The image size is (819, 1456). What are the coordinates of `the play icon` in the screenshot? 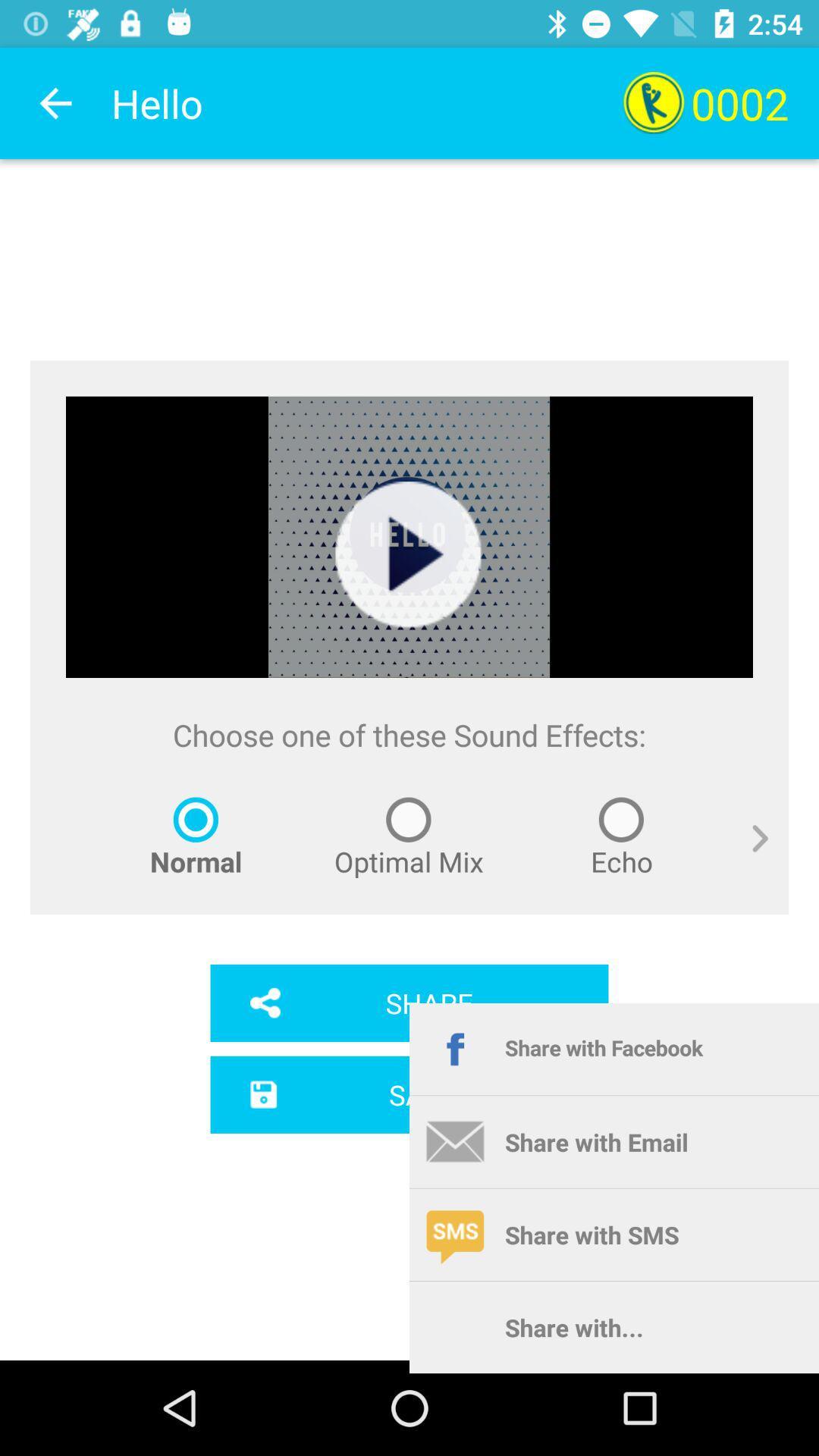 It's located at (408, 554).